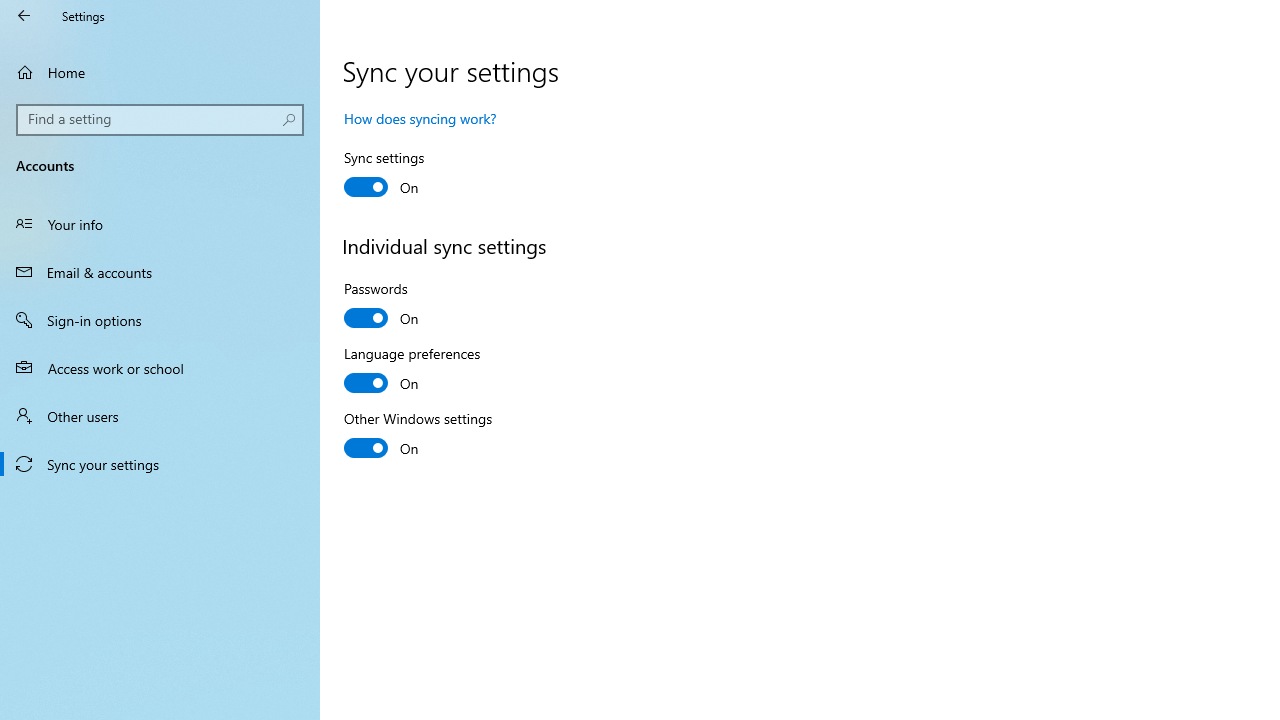 The height and width of the screenshot is (720, 1280). I want to click on 'Sign-in options', so click(160, 319).